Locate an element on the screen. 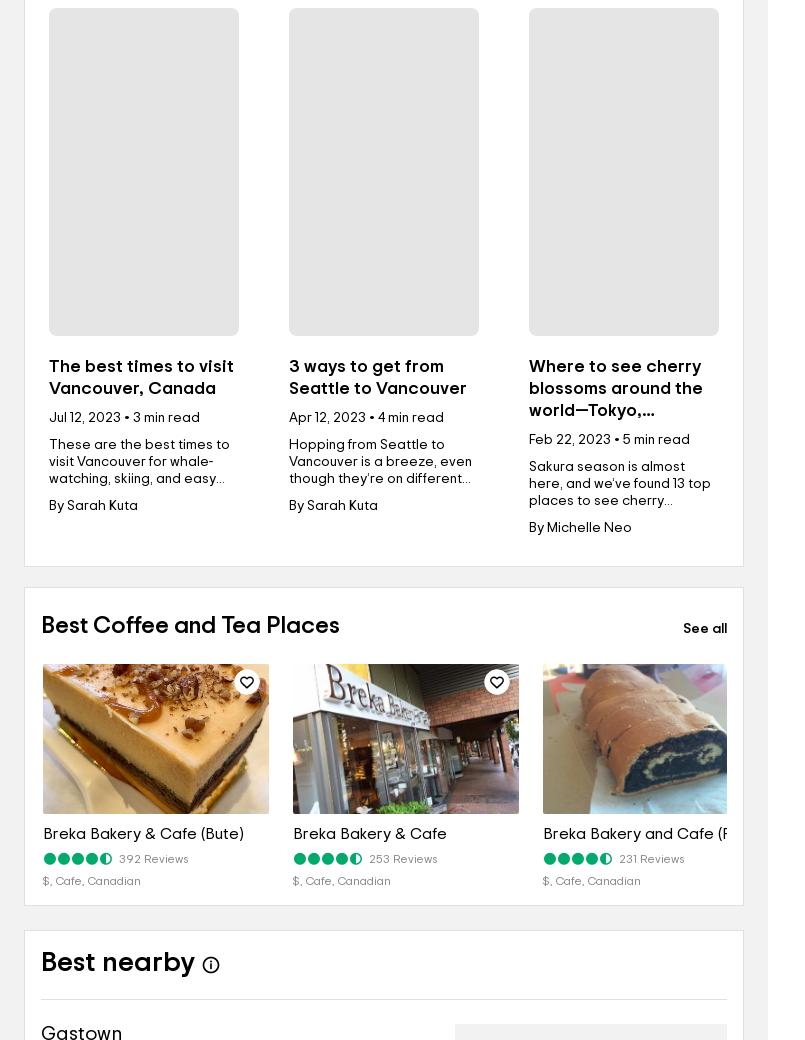  'Hopping from Seattle to Vancouver is a breeze, even though they’re on different sides of the U.S.-Canada border.' is located at coordinates (380, 479).